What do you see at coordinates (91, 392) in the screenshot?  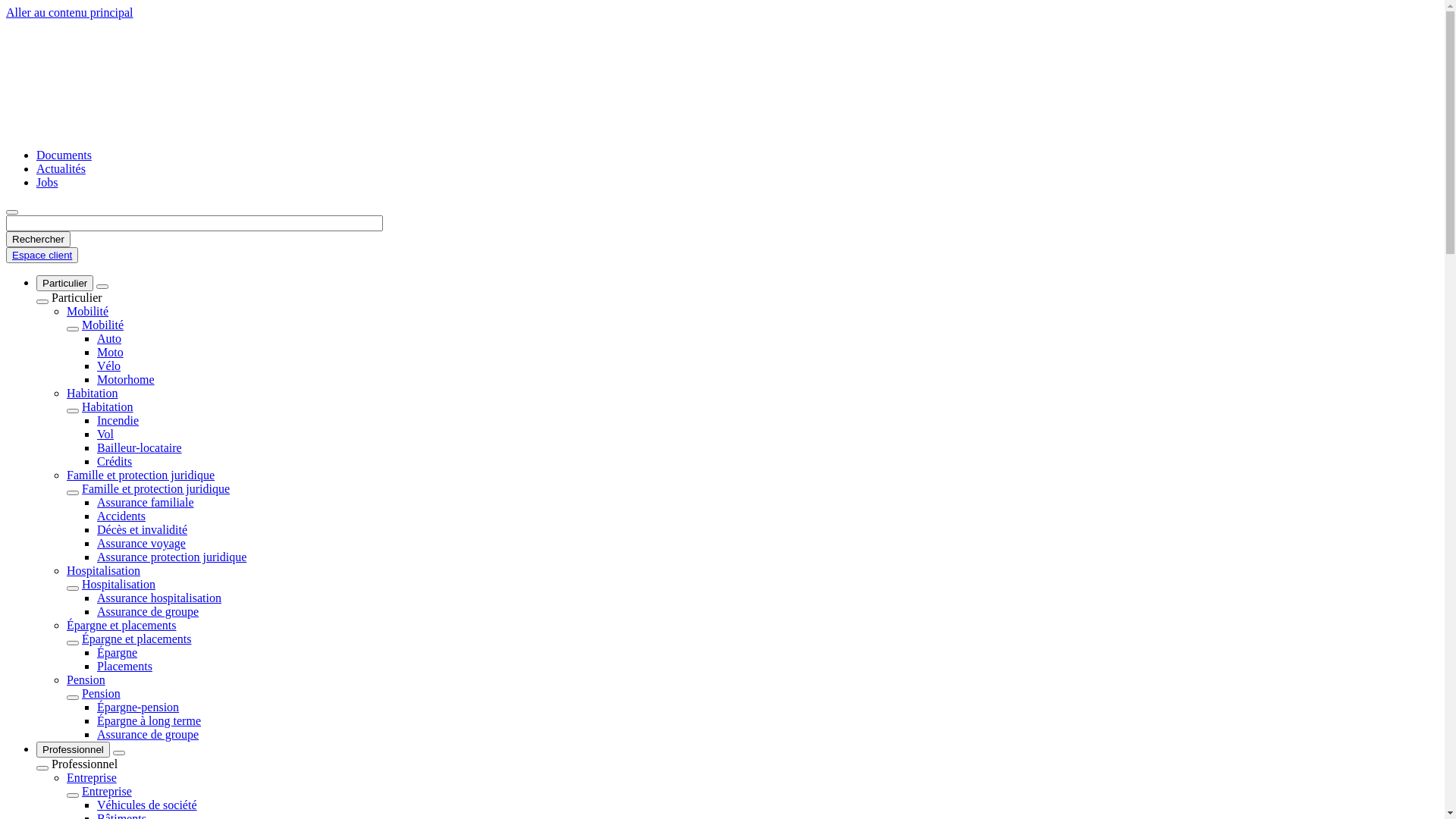 I see `'Habitation'` at bounding box center [91, 392].